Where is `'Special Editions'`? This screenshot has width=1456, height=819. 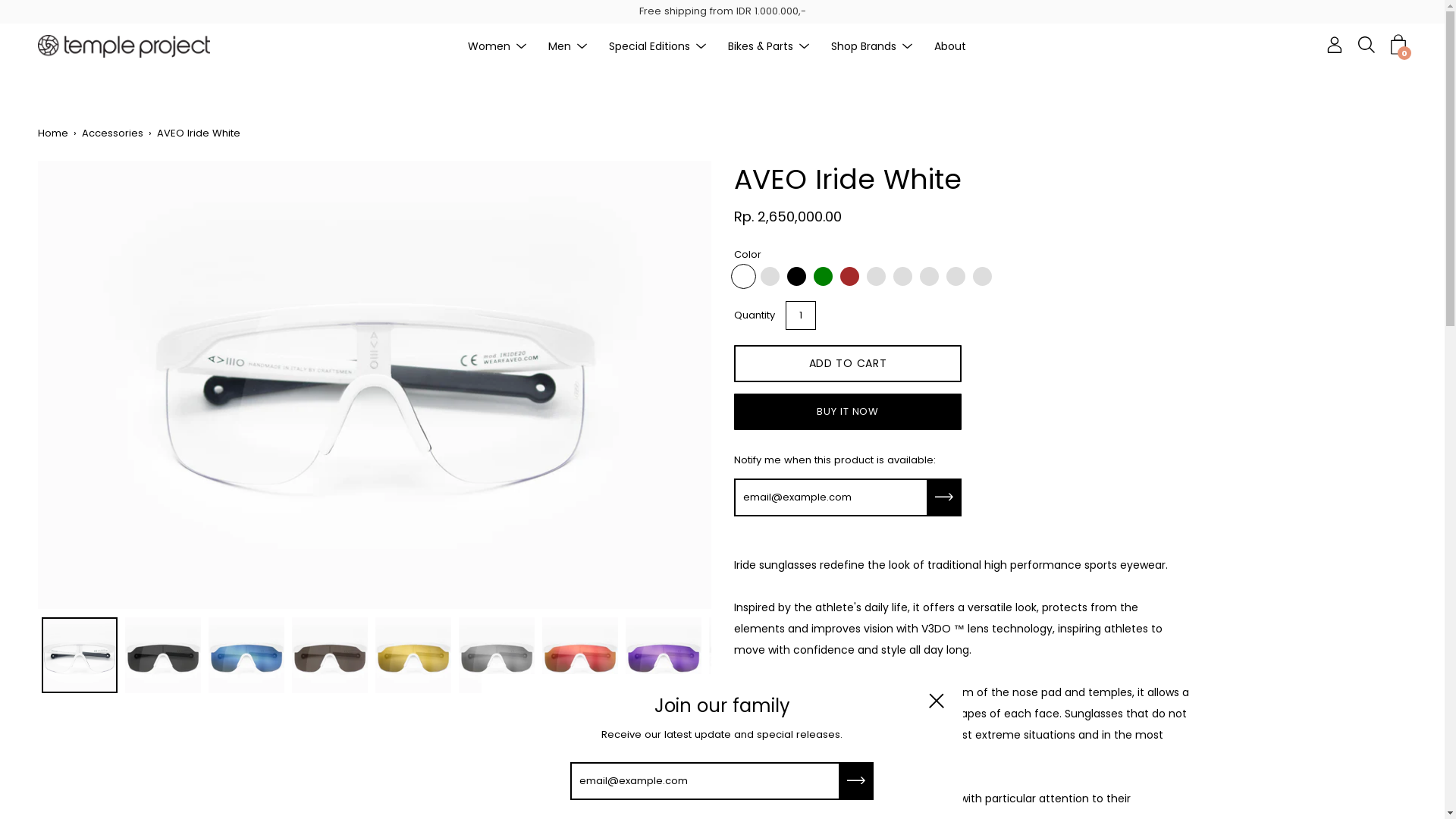
'Special Editions' is located at coordinates (648, 45).